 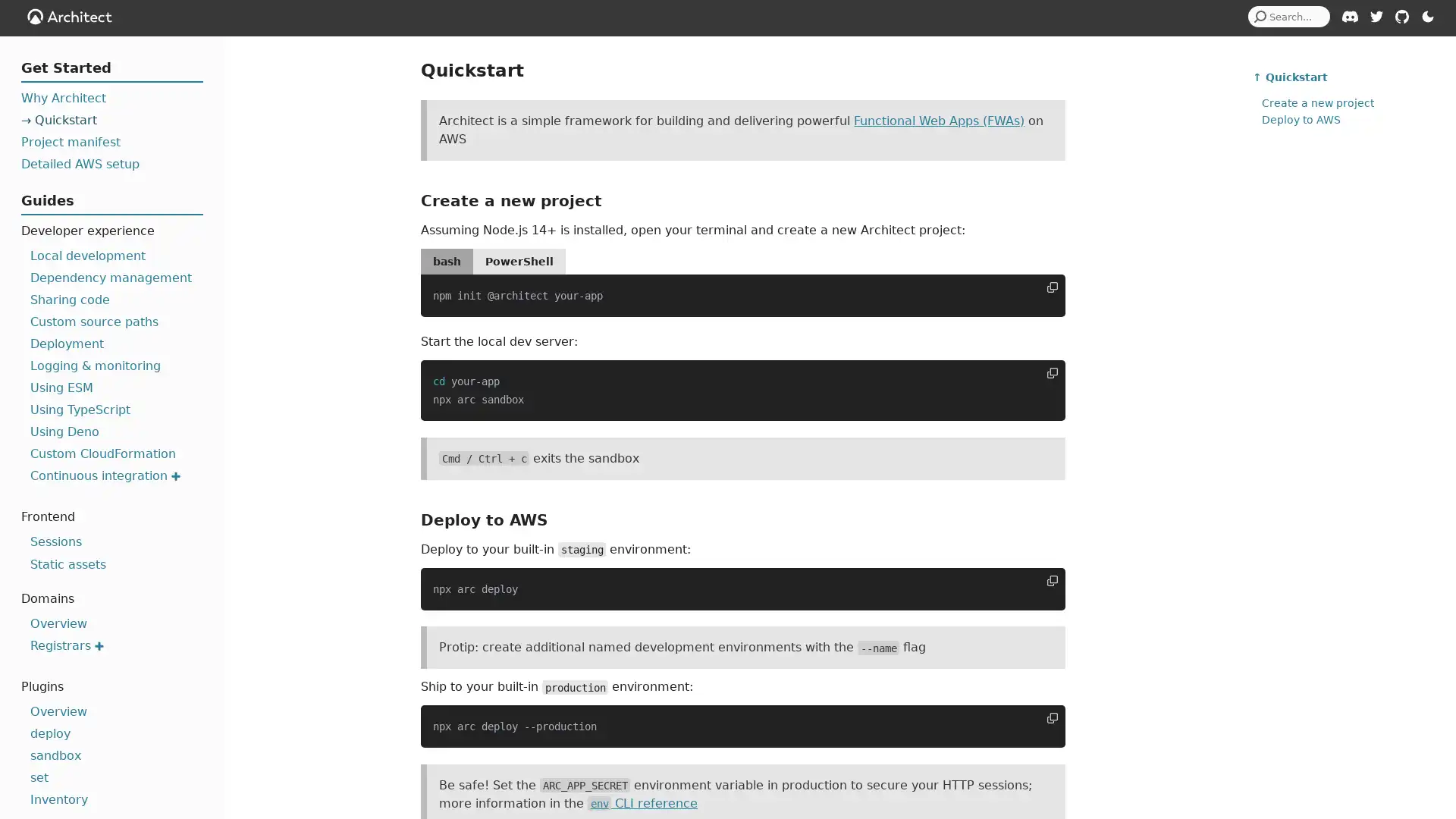 I want to click on bash, so click(x=446, y=260).